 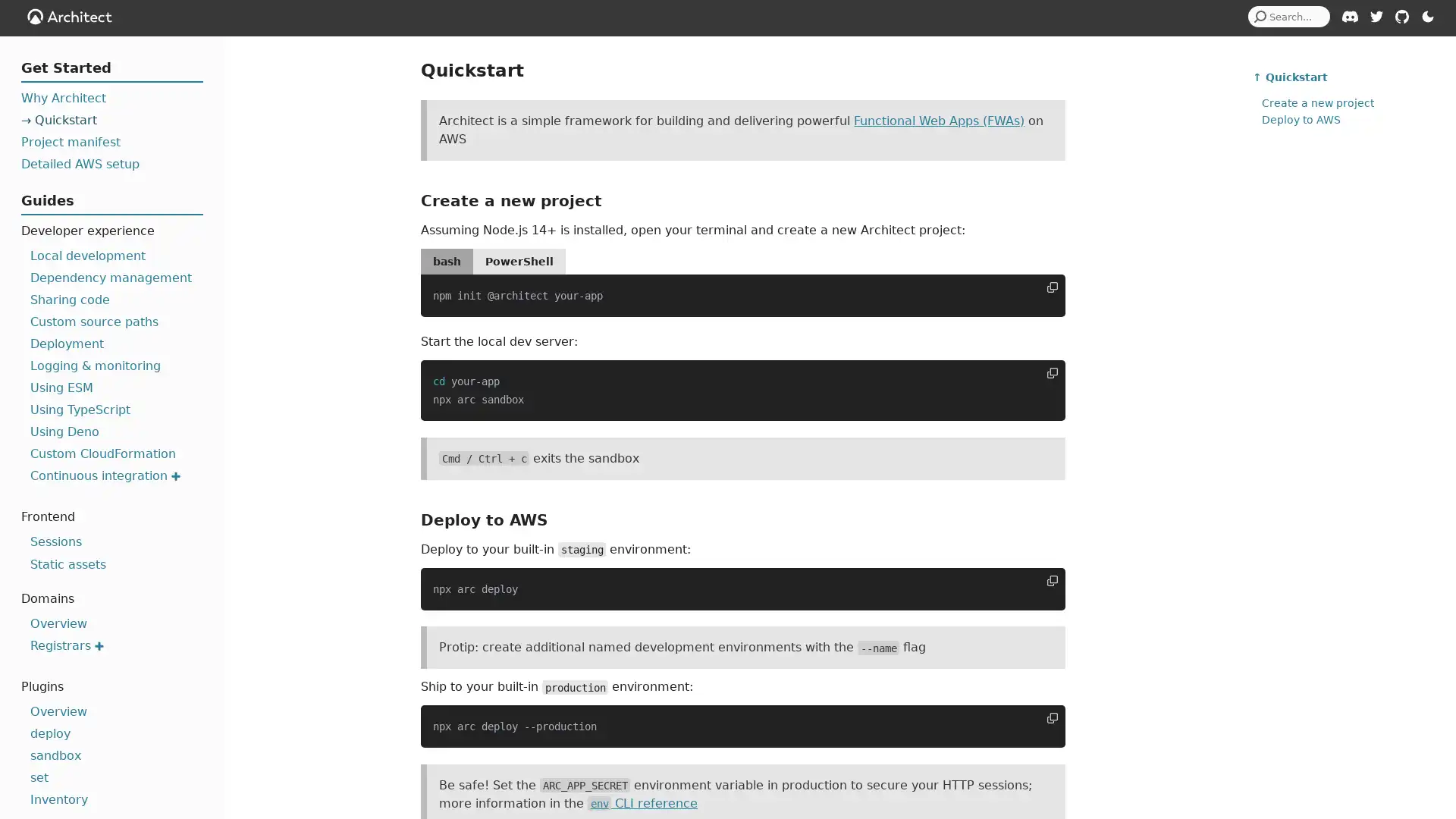 I want to click on bash, so click(x=446, y=260).